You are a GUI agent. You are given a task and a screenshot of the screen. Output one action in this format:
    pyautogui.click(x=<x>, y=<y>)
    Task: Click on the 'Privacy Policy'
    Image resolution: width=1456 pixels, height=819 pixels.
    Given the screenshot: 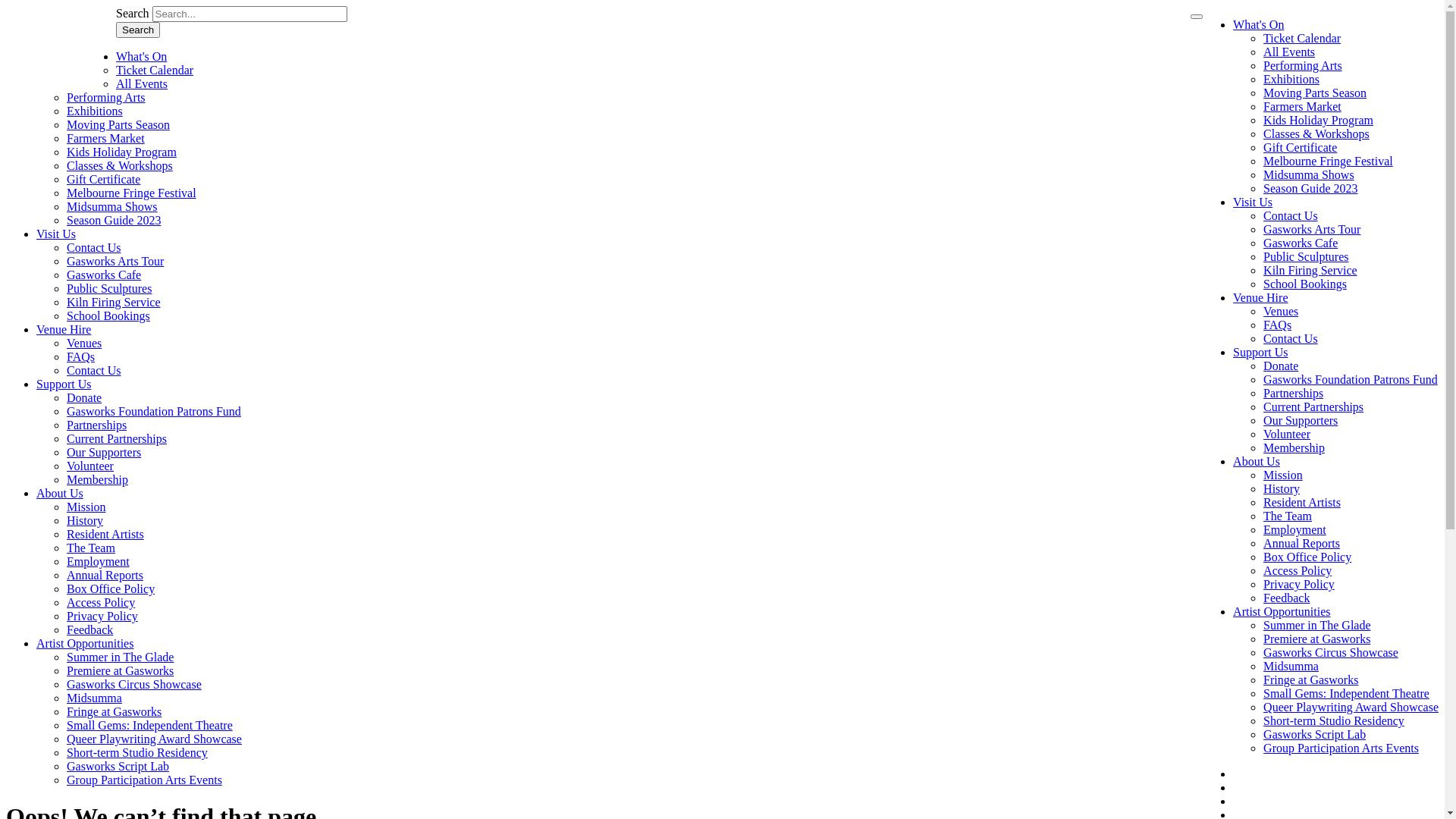 What is the action you would take?
    pyautogui.click(x=1298, y=583)
    